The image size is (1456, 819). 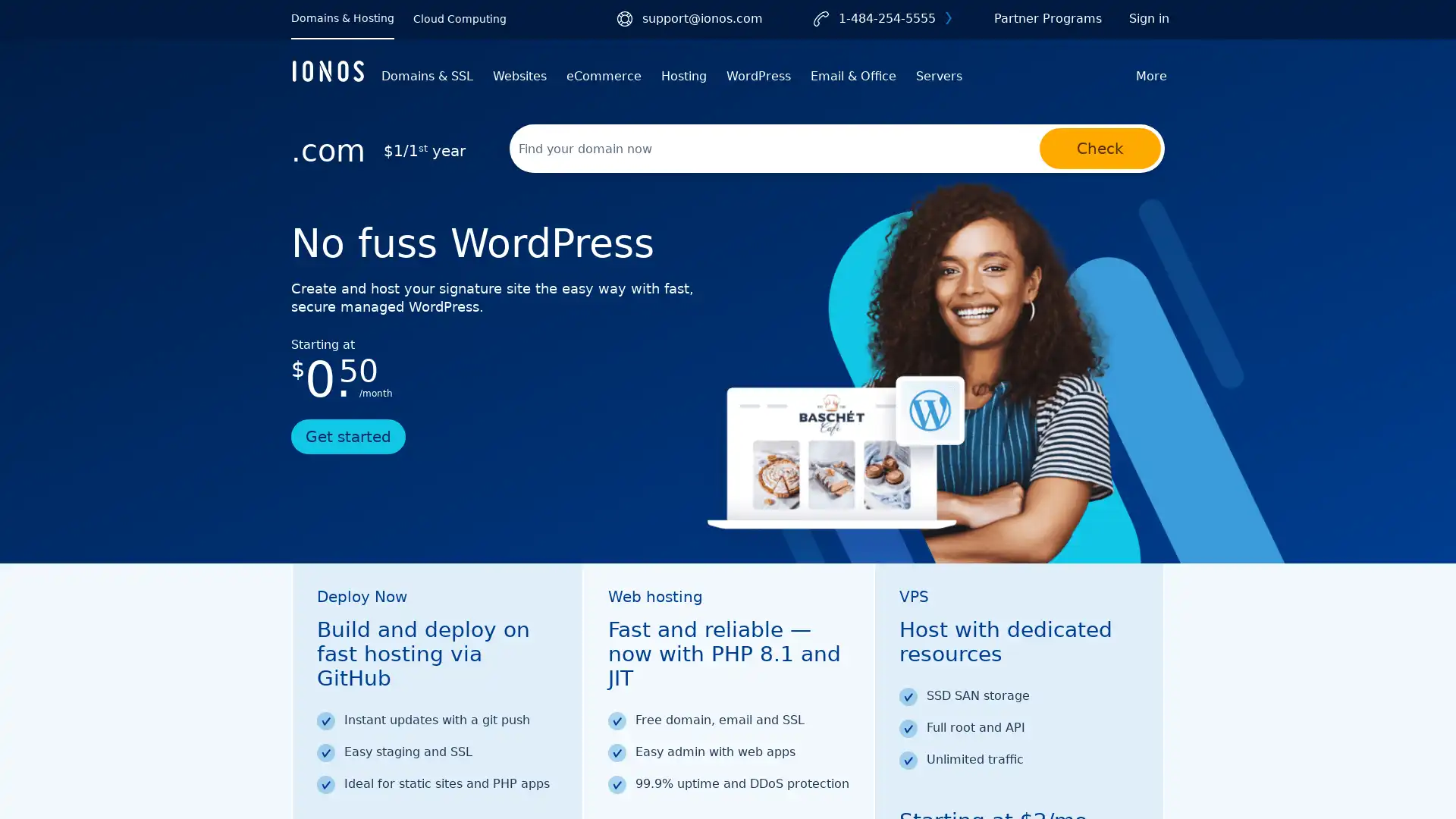 I want to click on Servers, so click(x=938, y=76).